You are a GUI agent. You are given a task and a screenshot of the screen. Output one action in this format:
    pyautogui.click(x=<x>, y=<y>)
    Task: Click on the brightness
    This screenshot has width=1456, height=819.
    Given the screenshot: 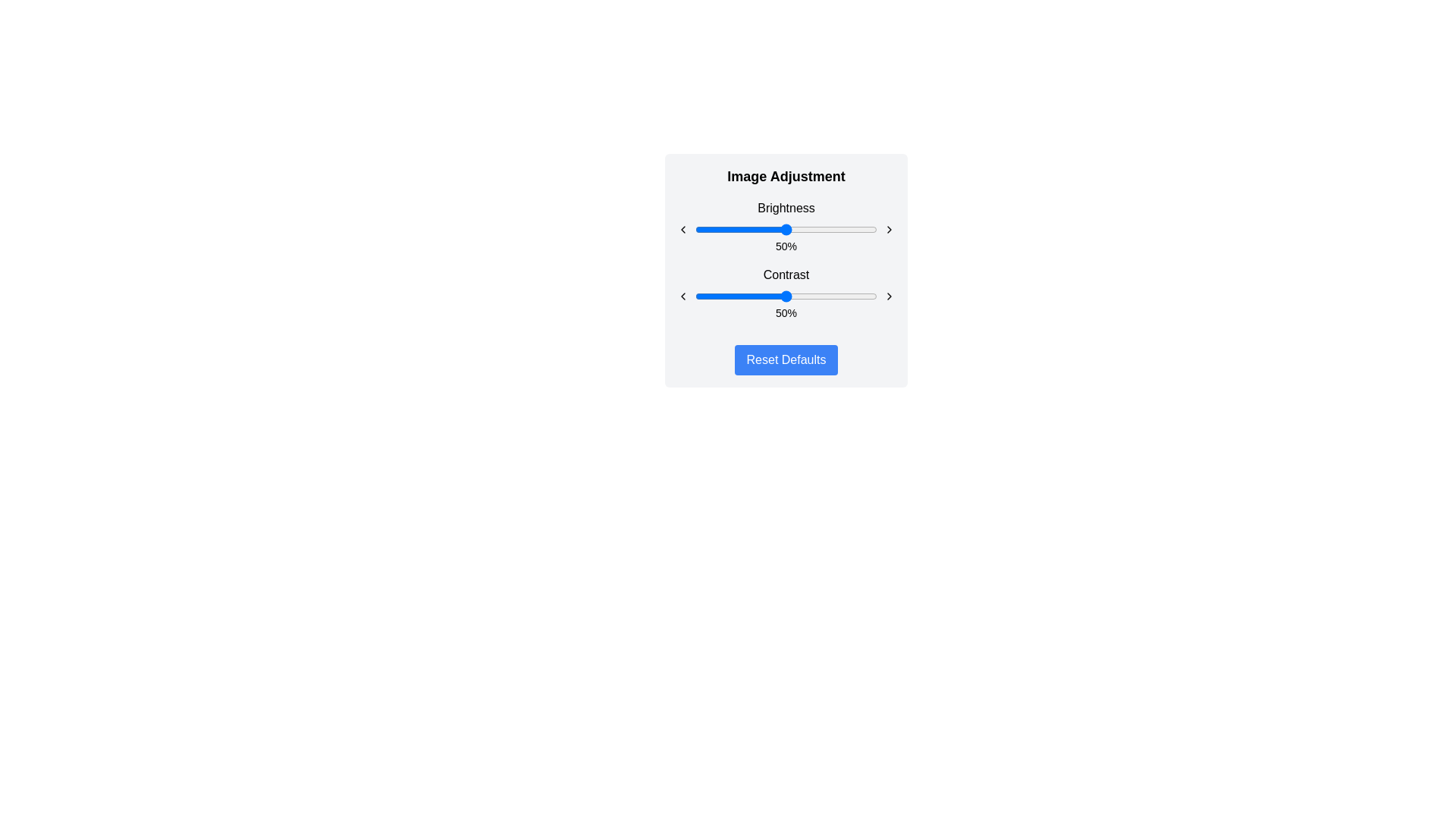 What is the action you would take?
    pyautogui.click(x=850, y=230)
    